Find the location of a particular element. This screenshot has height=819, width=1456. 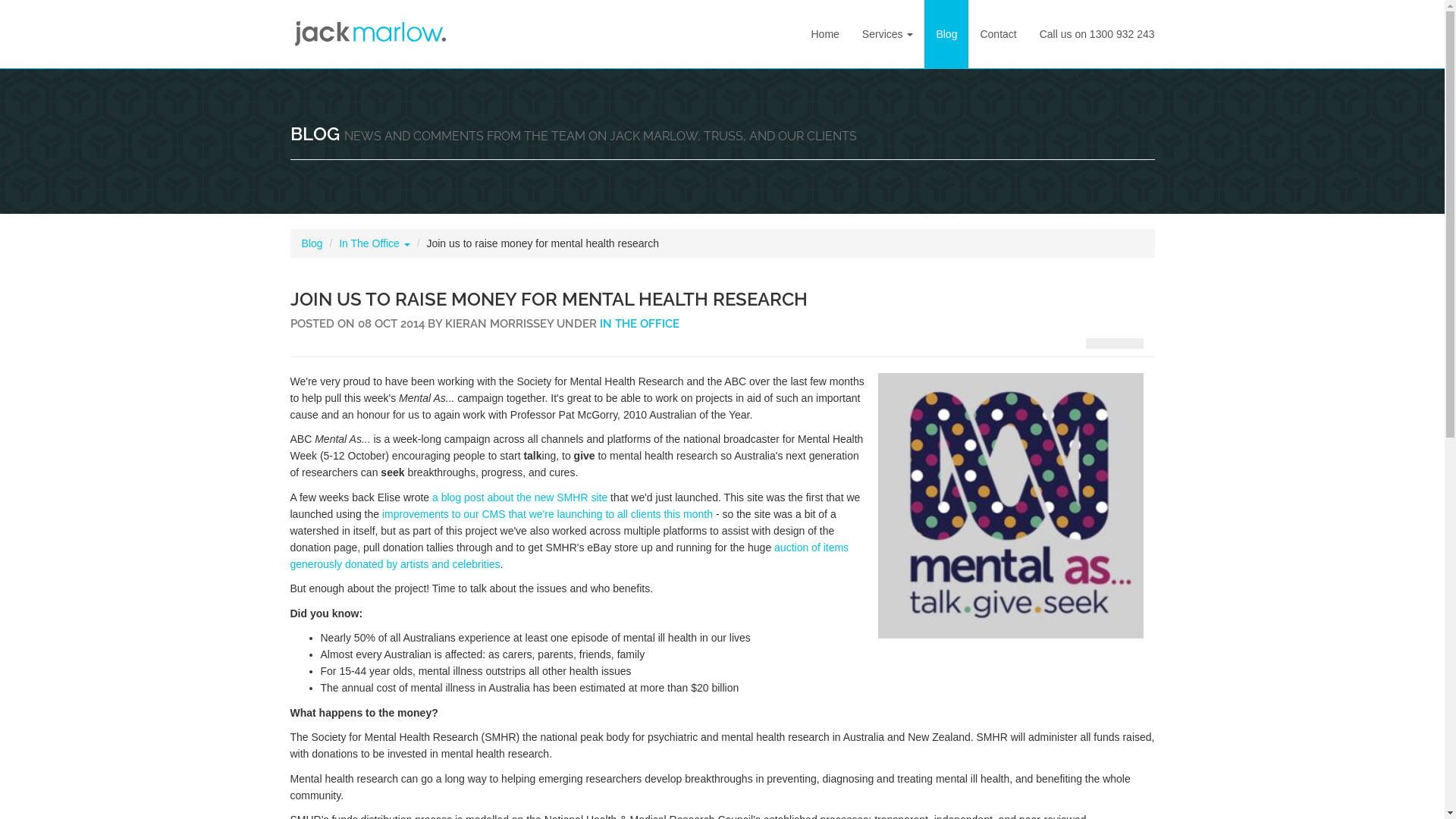

'Call us on 1300 932 243' is located at coordinates (1097, 34).